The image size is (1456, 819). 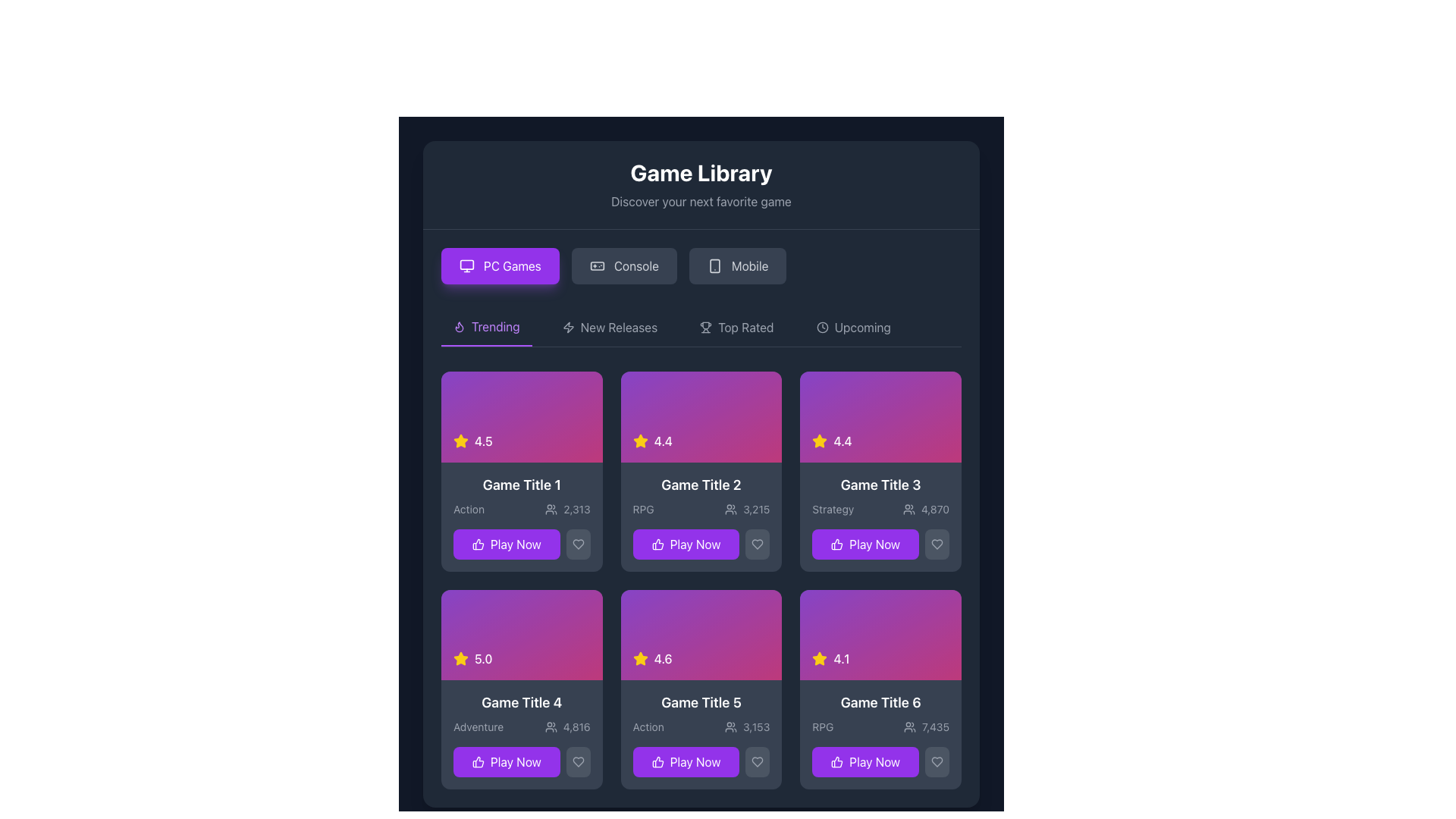 I want to click on the 'Console' text label within the button to focus on it, so click(x=636, y=265).